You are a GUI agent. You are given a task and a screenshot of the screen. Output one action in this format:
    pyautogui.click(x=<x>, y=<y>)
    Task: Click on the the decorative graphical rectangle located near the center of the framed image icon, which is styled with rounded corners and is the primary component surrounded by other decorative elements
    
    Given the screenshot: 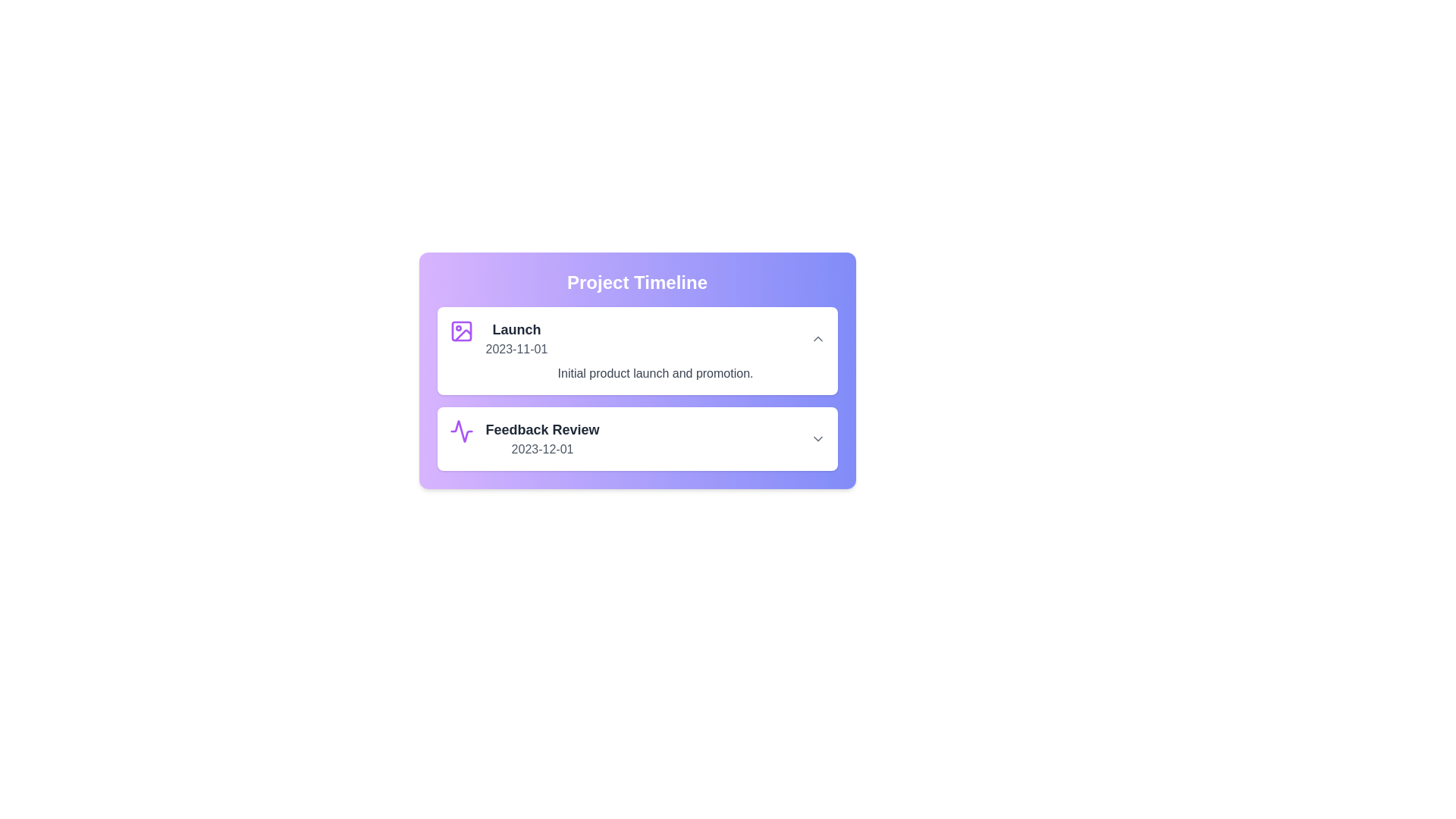 What is the action you would take?
    pyautogui.click(x=460, y=330)
    